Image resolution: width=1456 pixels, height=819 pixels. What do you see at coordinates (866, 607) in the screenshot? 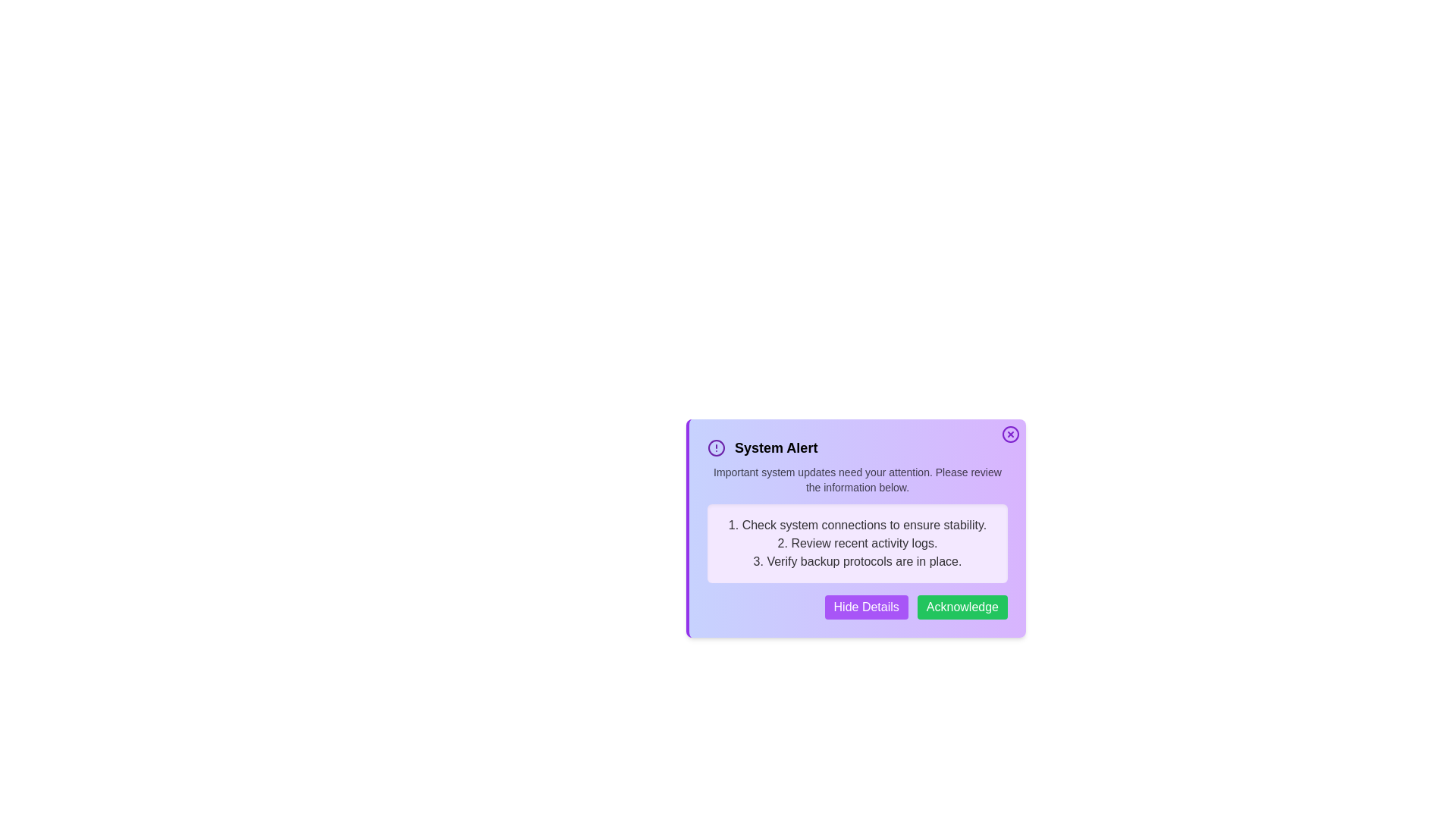
I see `the 'Hide Details' button to toggle the visibility of the details section` at bounding box center [866, 607].